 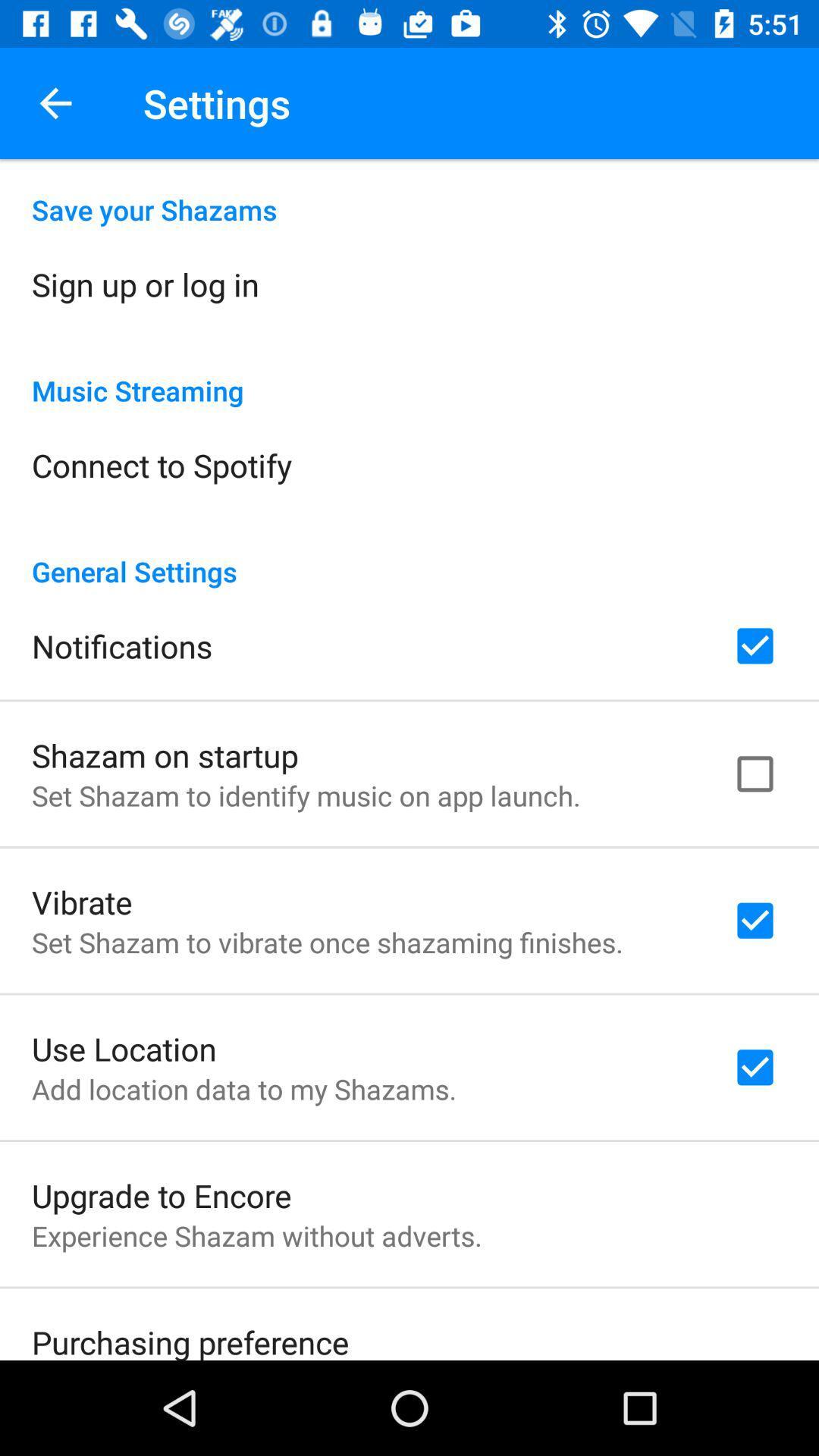 What do you see at coordinates (123, 1047) in the screenshot?
I see `the use location` at bounding box center [123, 1047].